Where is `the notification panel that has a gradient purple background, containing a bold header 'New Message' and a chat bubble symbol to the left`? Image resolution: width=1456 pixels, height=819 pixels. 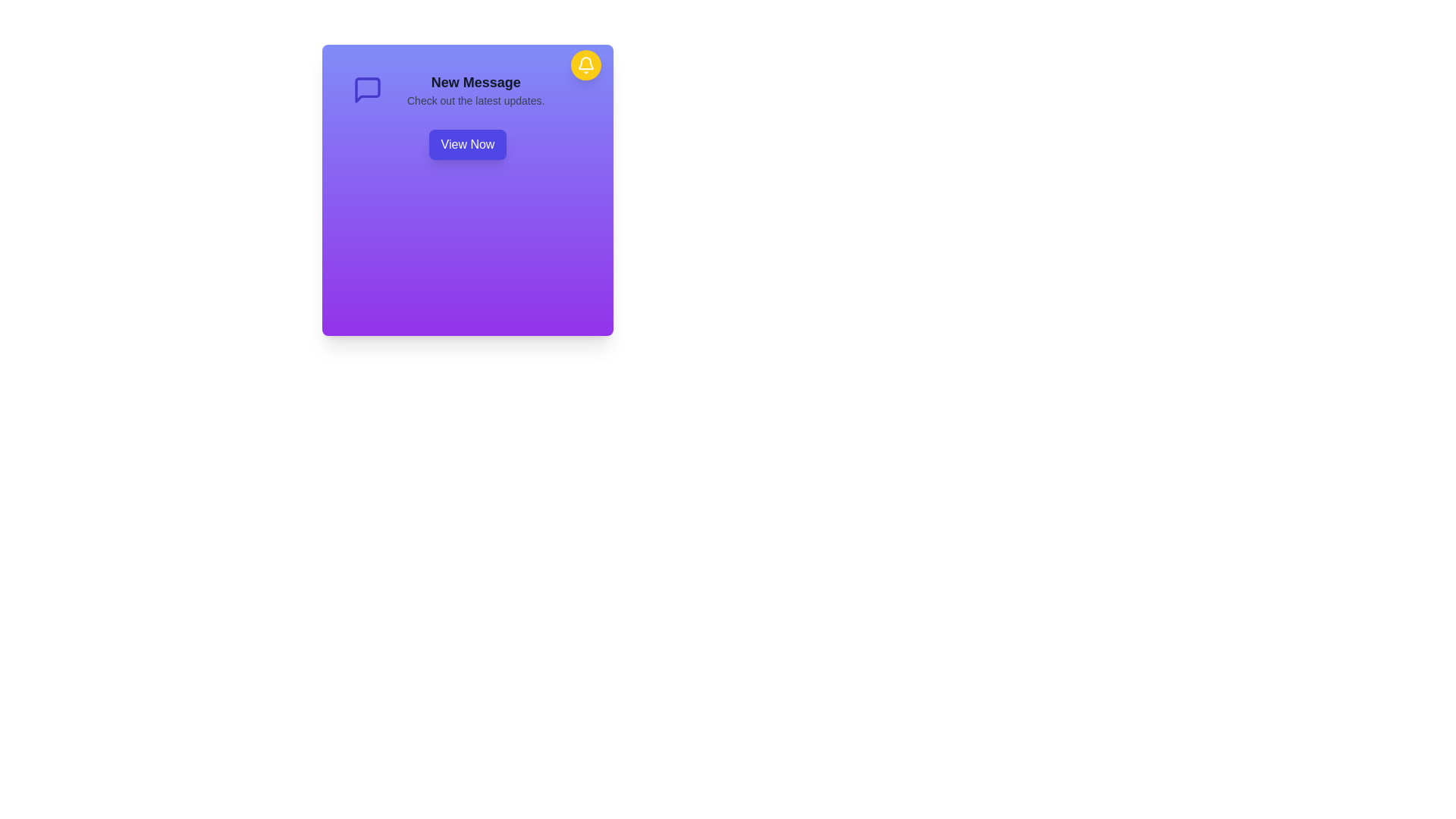 the notification panel that has a gradient purple background, containing a bold header 'New Message' and a chat bubble symbol to the left is located at coordinates (467, 90).